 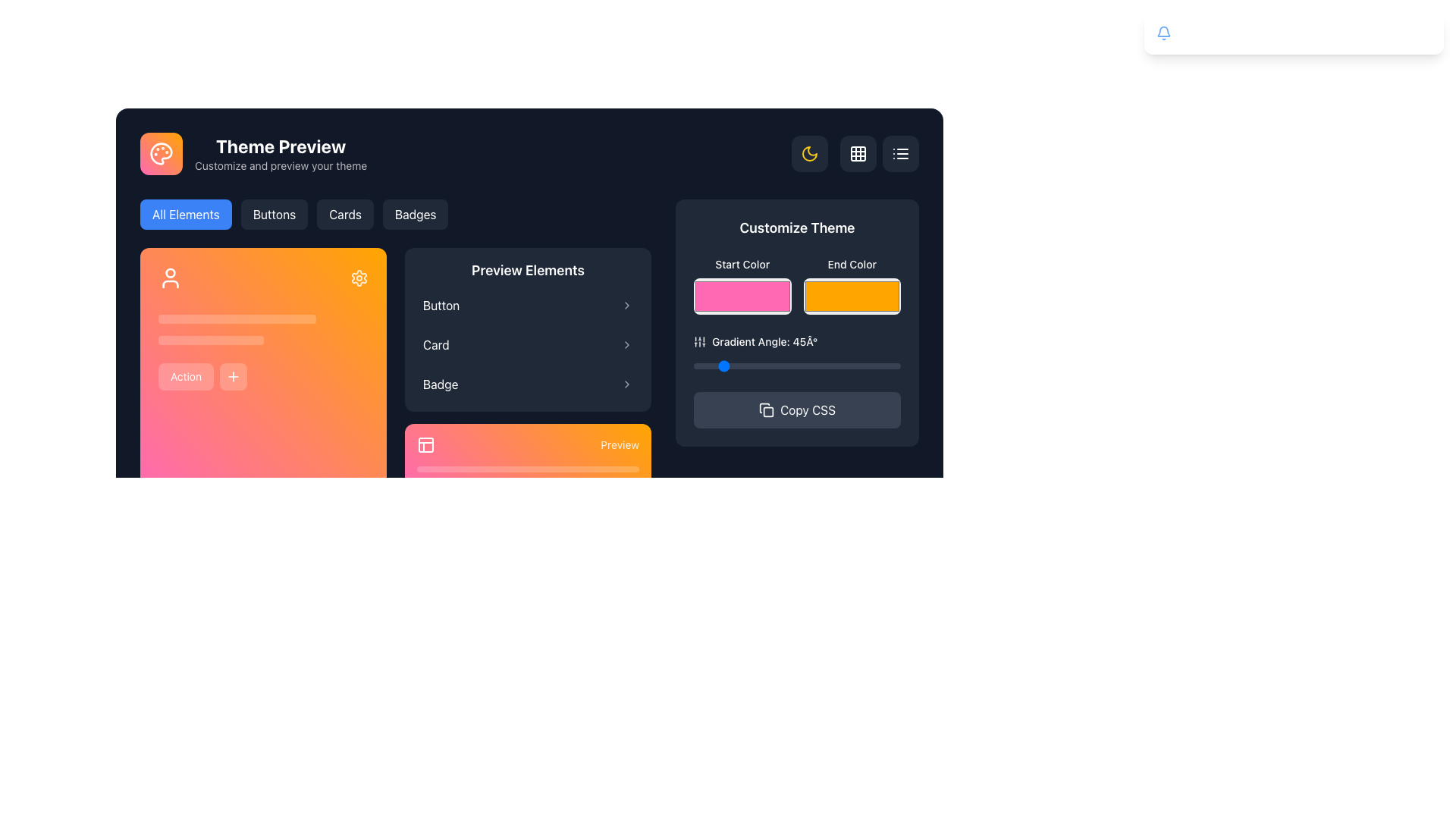 What do you see at coordinates (874, 366) in the screenshot?
I see `the gradient angle` at bounding box center [874, 366].